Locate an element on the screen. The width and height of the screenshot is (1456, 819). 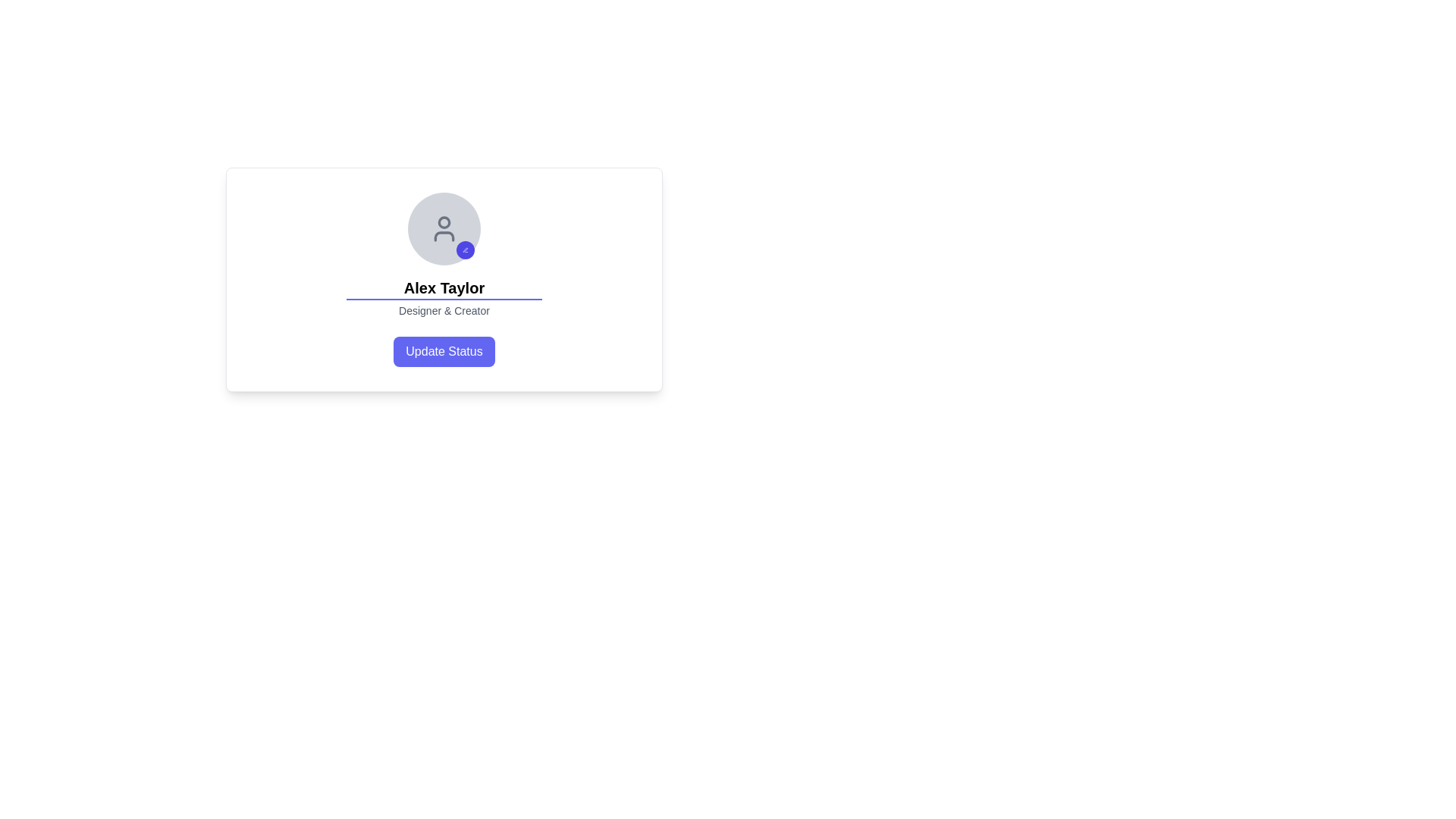
the user name text label located at the top-center of the profile card, which is above the user's role description and below the profile icon is located at coordinates (443, 289).